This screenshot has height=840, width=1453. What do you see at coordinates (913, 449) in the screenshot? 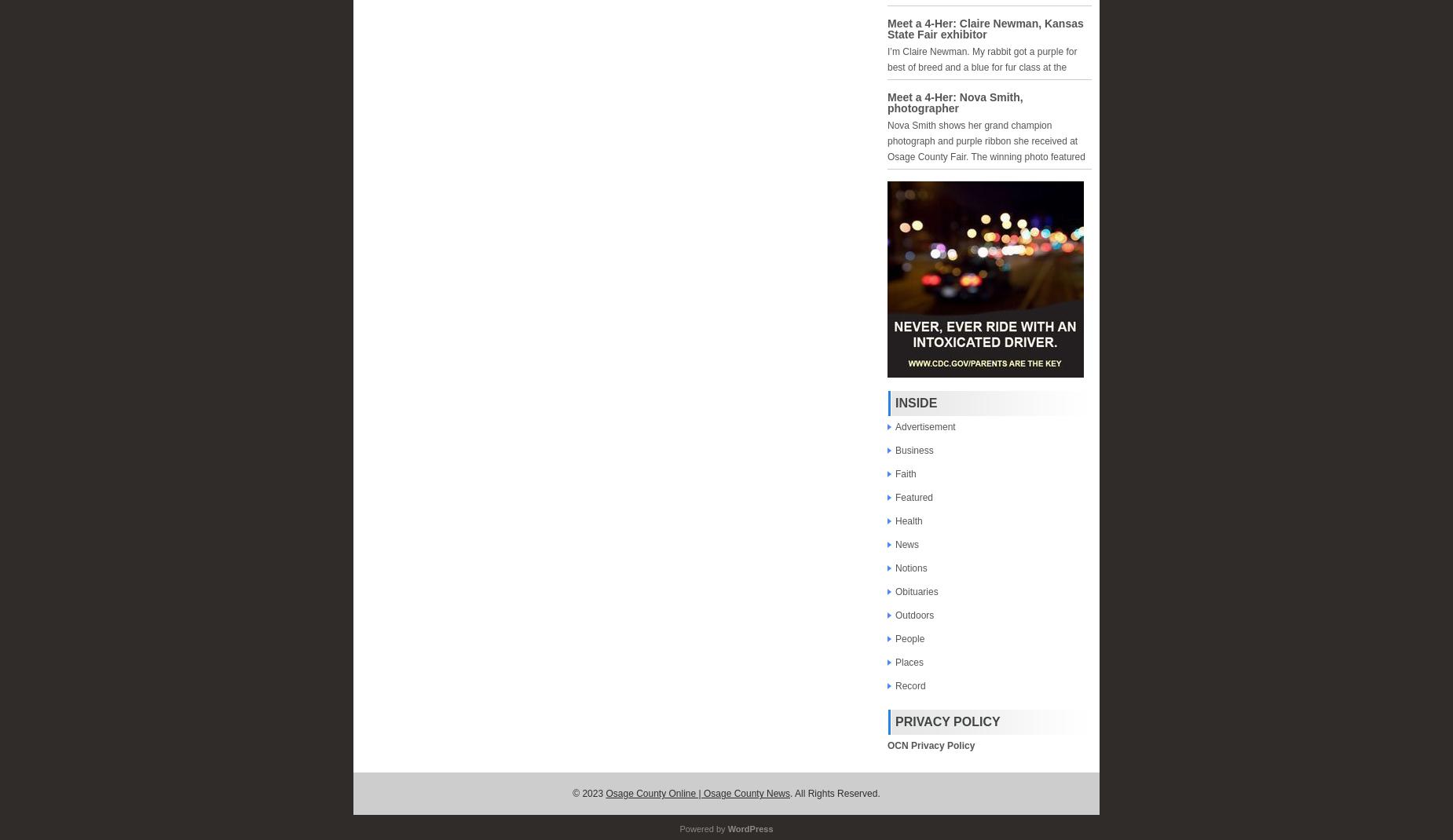
I see `'Business'` at bounding box center [913, 449].